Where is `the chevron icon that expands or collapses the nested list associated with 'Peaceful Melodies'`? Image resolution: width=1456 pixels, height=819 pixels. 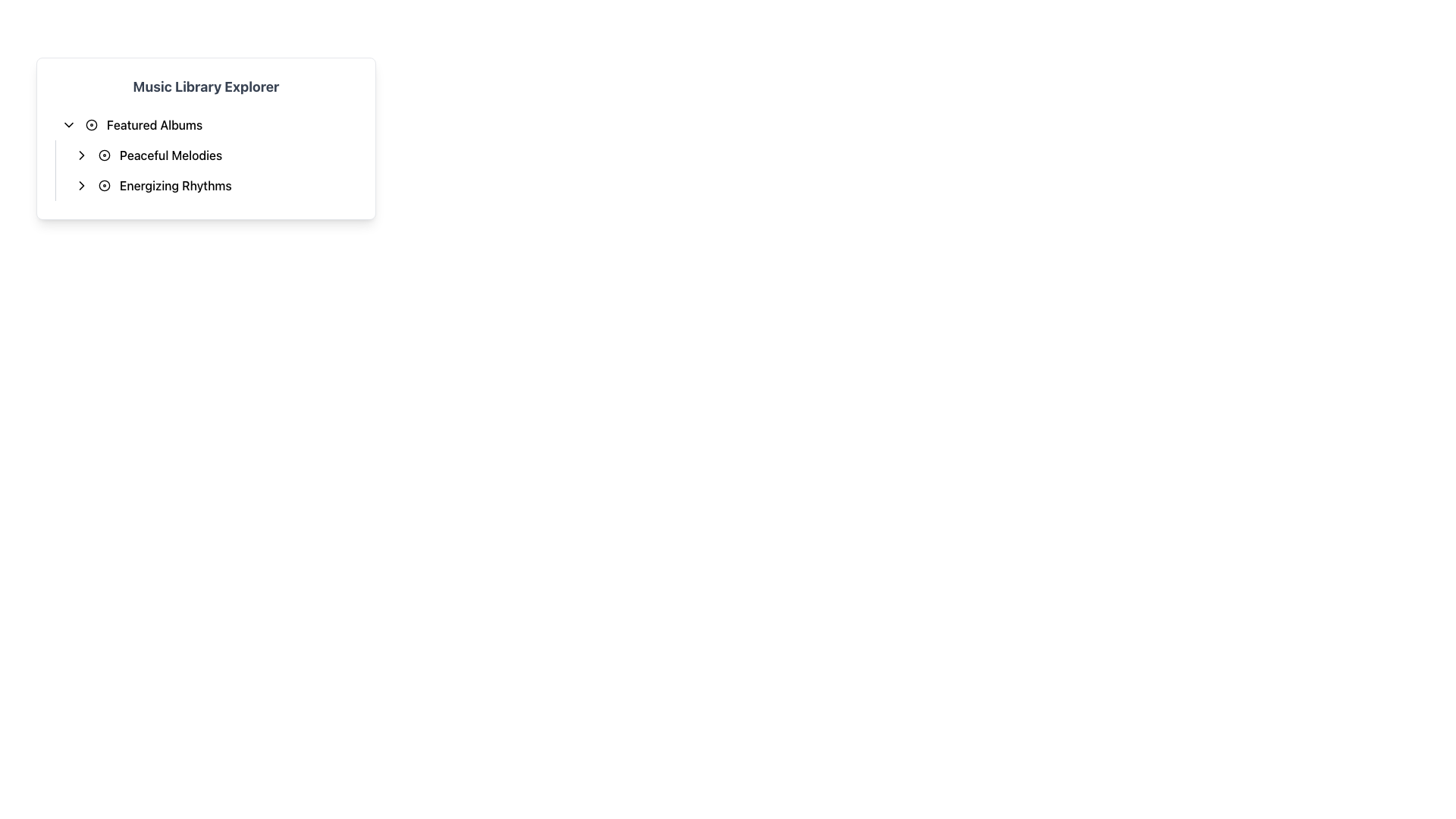
the chevron icon that expands or collapses the nested list associated with 'Peaceful Melodies' is located at coordinates (81, 155).